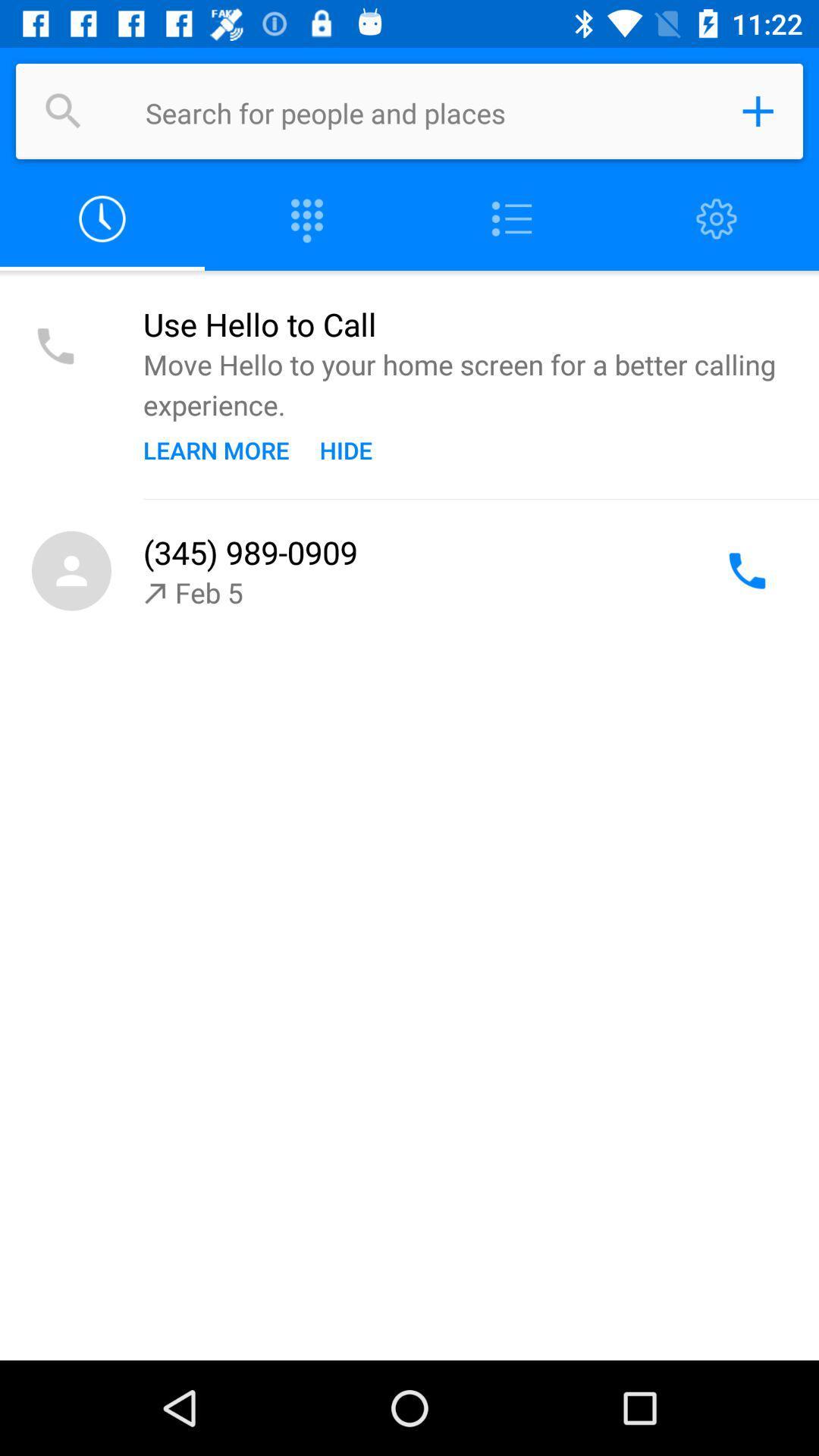 Image resolution: width=819 pixels, height=1456 pixels. Describe the element at coordinates (512, 218) in the screenshot. I see `the list icon` at that location.